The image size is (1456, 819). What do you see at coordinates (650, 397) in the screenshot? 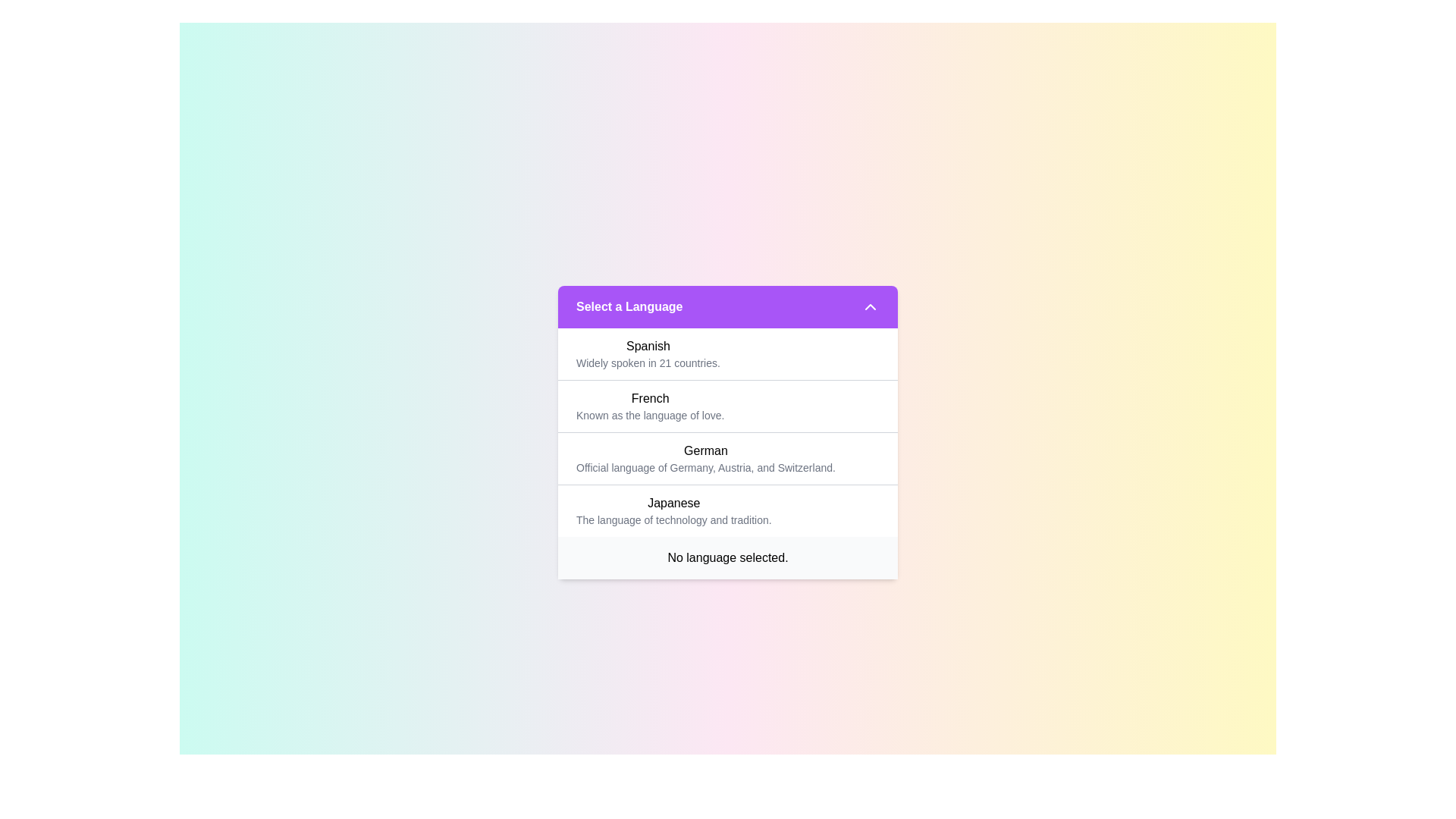
I see `the 'French' label in the language dropdown menu, which is styled in medium font weight and is the second entry in the list` at bounding box center [650, 397].